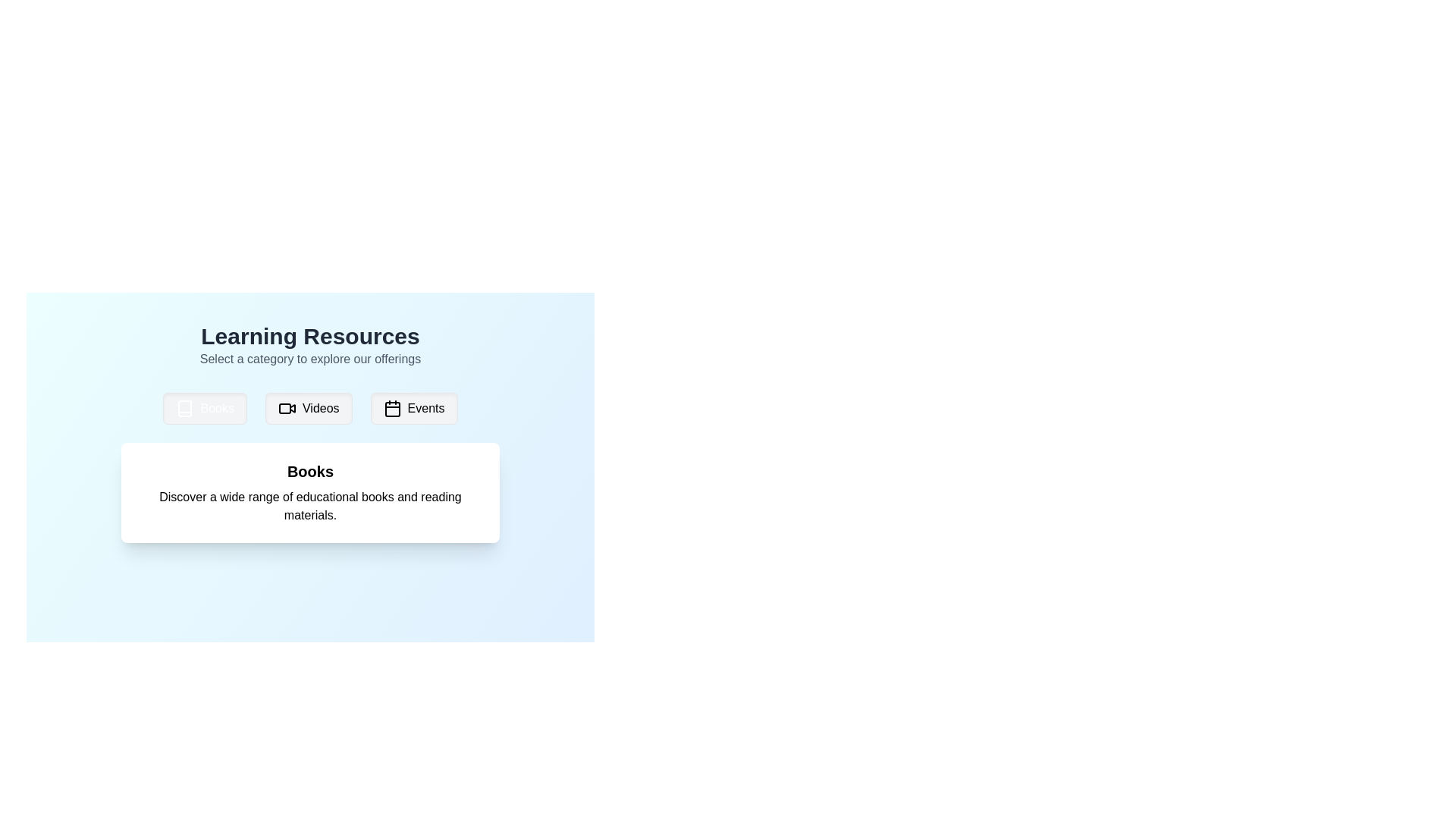 This screenshot has height=819, width=1456. What do you see at coordinates (287, 408) in the screenshot?
I see `the 'Videos' icon located in the center of the button labeled 'Videos', which is the middle button in the horizontal arrangement below 'Learning Resources'` at bounding box center [287, 408].